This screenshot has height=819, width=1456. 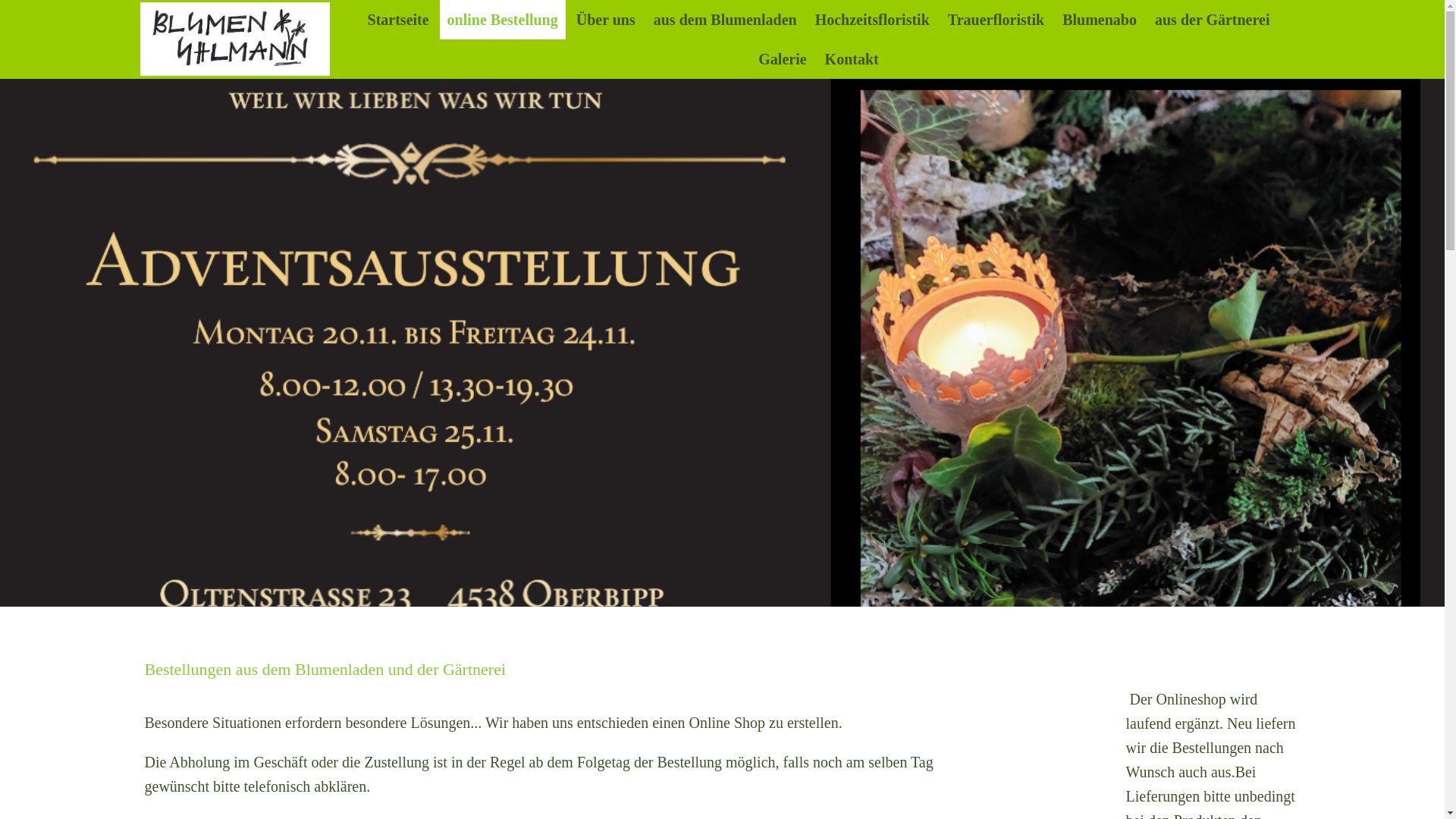 What do you see at coordinates (852, 58) in the screenshot?
I see `'Kontakt'` at bounding box center [852, 58].